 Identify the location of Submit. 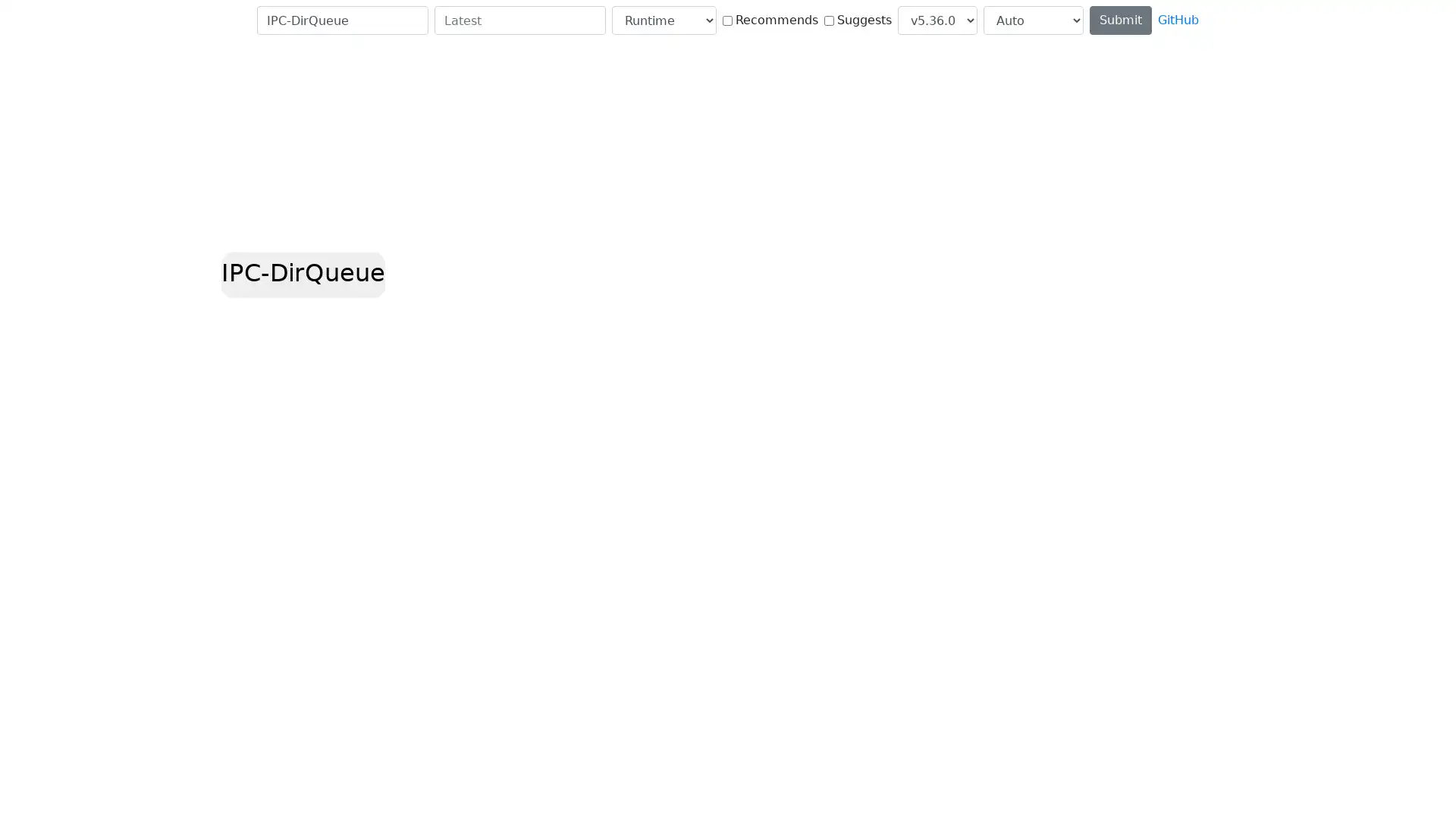
(1121, 20).